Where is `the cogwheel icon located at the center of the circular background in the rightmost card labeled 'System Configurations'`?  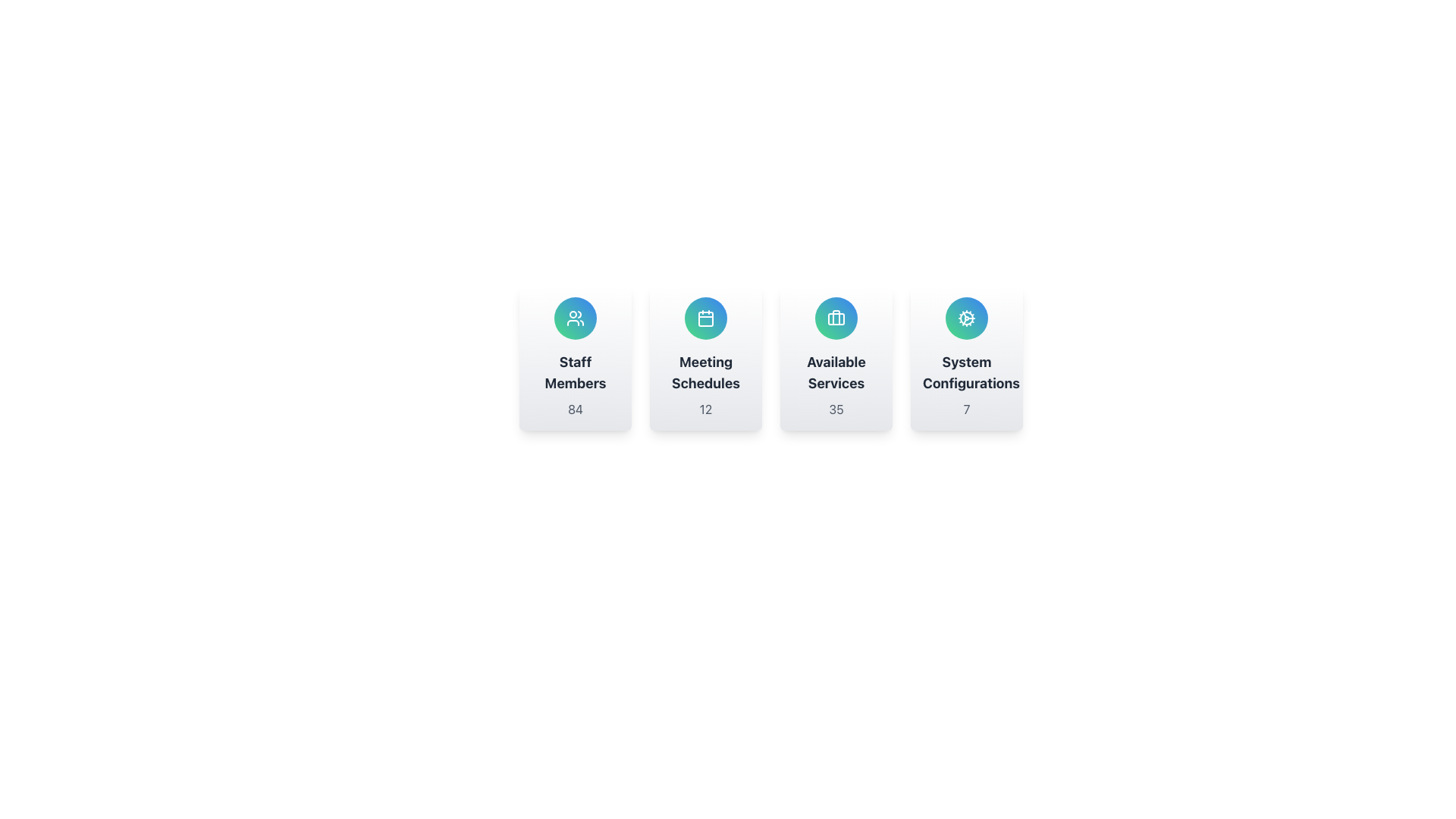 the cogwheel icon located at the center of the circular background in the rightmost card labeled 'System Configurations' is located at coordinates (966, 318).